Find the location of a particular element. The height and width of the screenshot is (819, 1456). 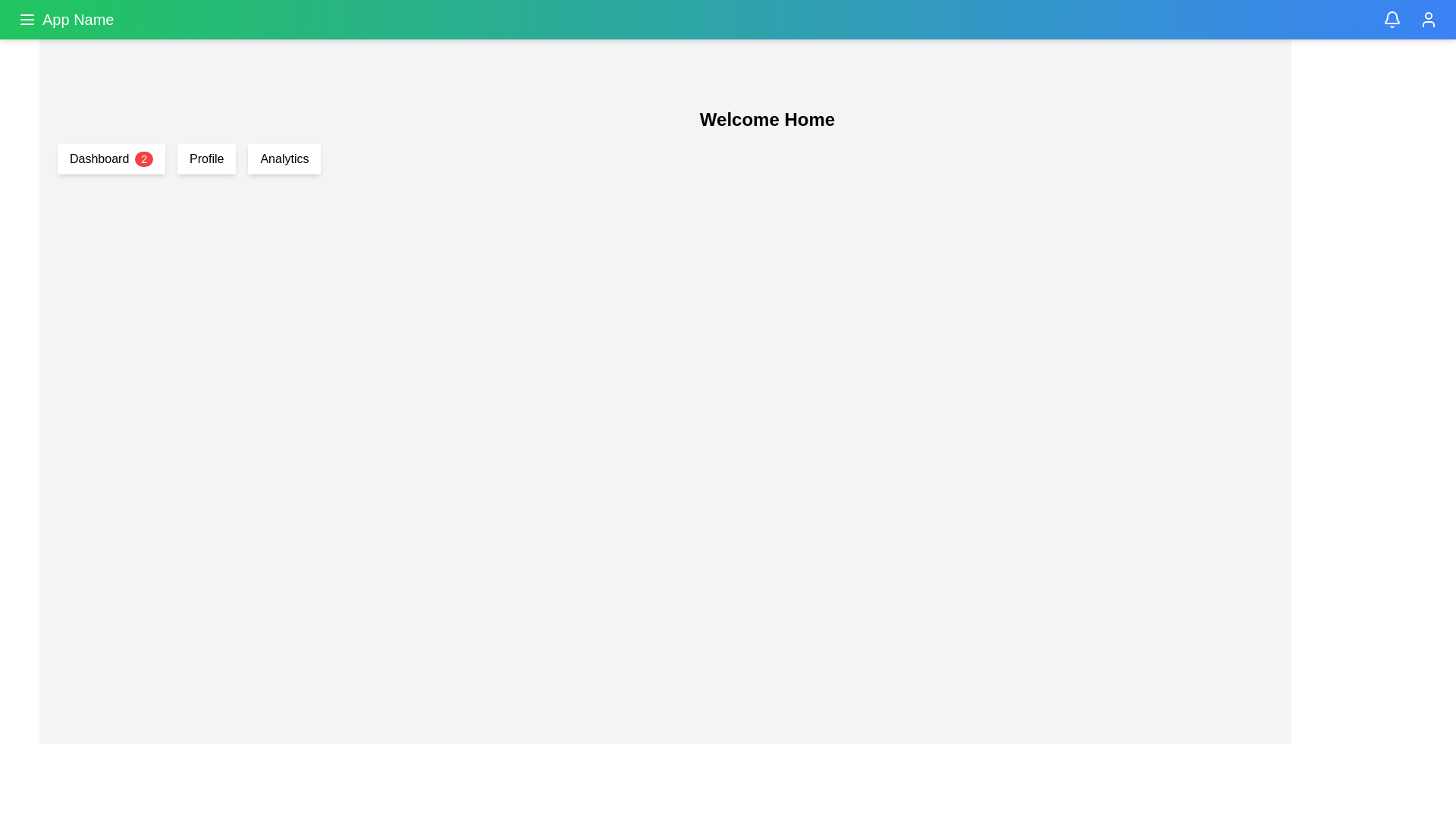

the text label that serves as a navigation option related to analytics, positioned third from the left in a horizontal grouping of buttons under the navigation bar is located at coordinates (284, 158).